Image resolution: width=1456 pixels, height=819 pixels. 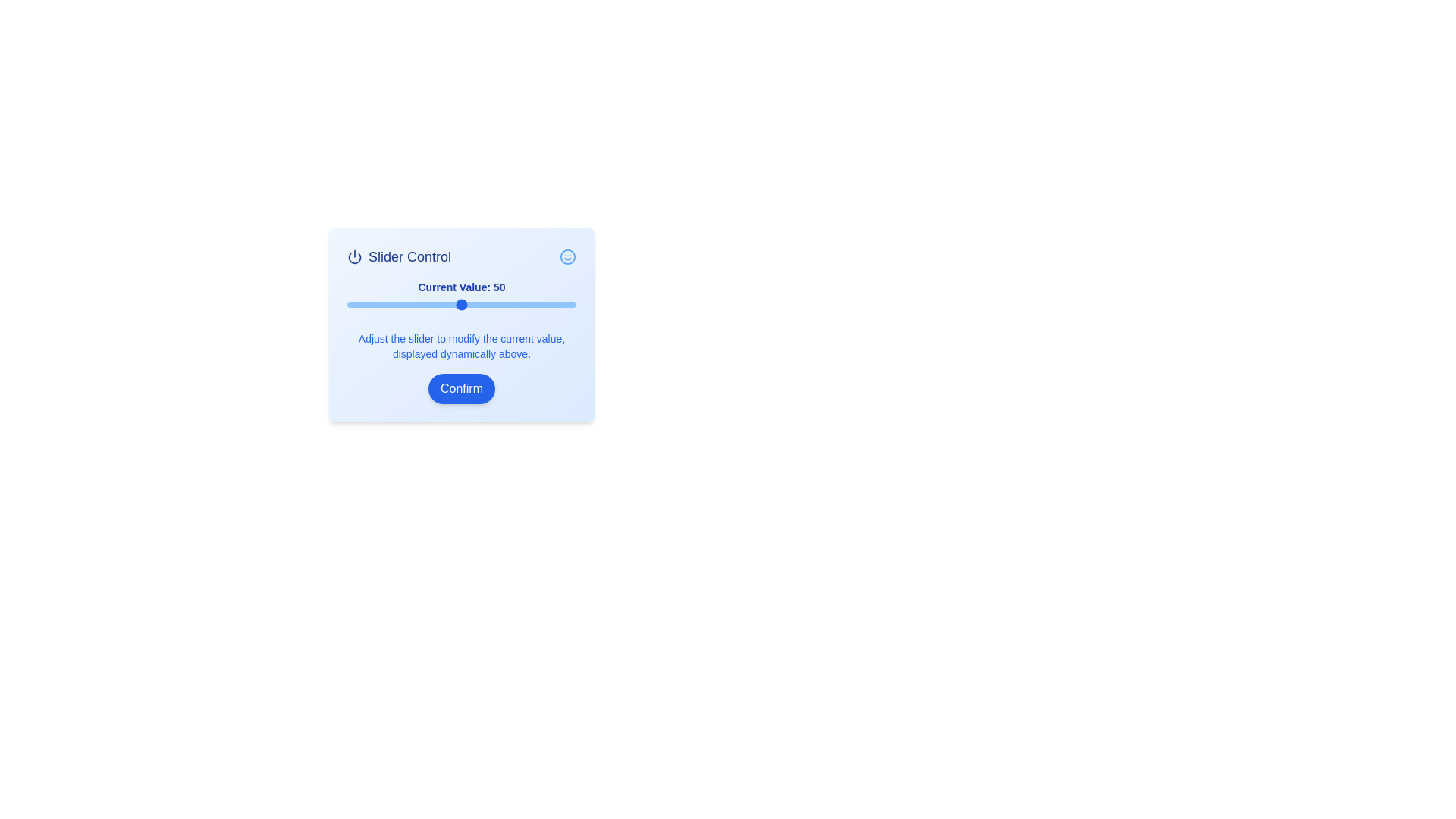 I want to click on the 'Confirm' button, which is a rounded rectangular button with a blue background and white text, so click(x=461, y=388).